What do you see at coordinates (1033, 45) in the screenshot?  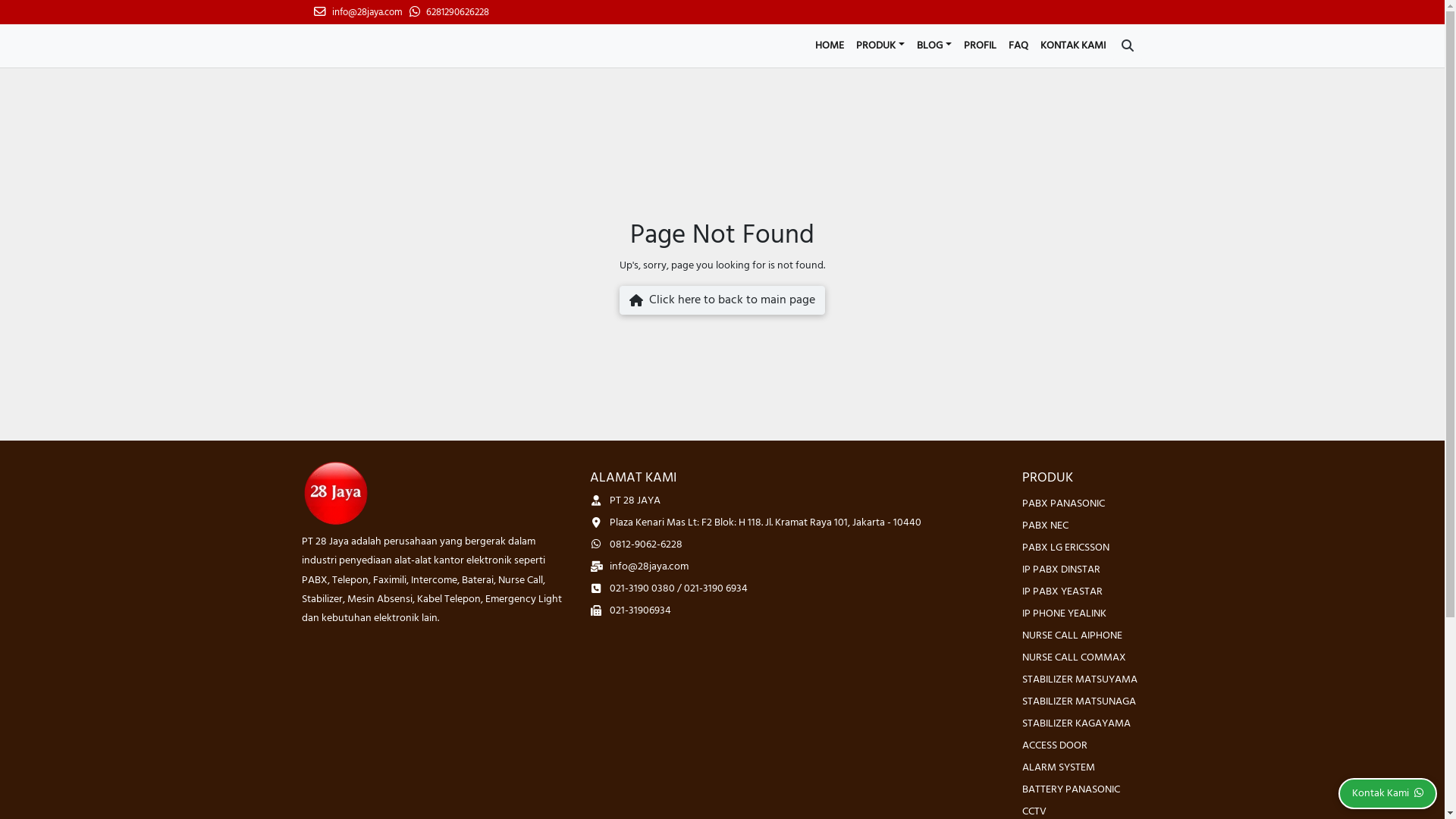 I see `'KONTAK KAMI'` at bounding box center [1033, 45].